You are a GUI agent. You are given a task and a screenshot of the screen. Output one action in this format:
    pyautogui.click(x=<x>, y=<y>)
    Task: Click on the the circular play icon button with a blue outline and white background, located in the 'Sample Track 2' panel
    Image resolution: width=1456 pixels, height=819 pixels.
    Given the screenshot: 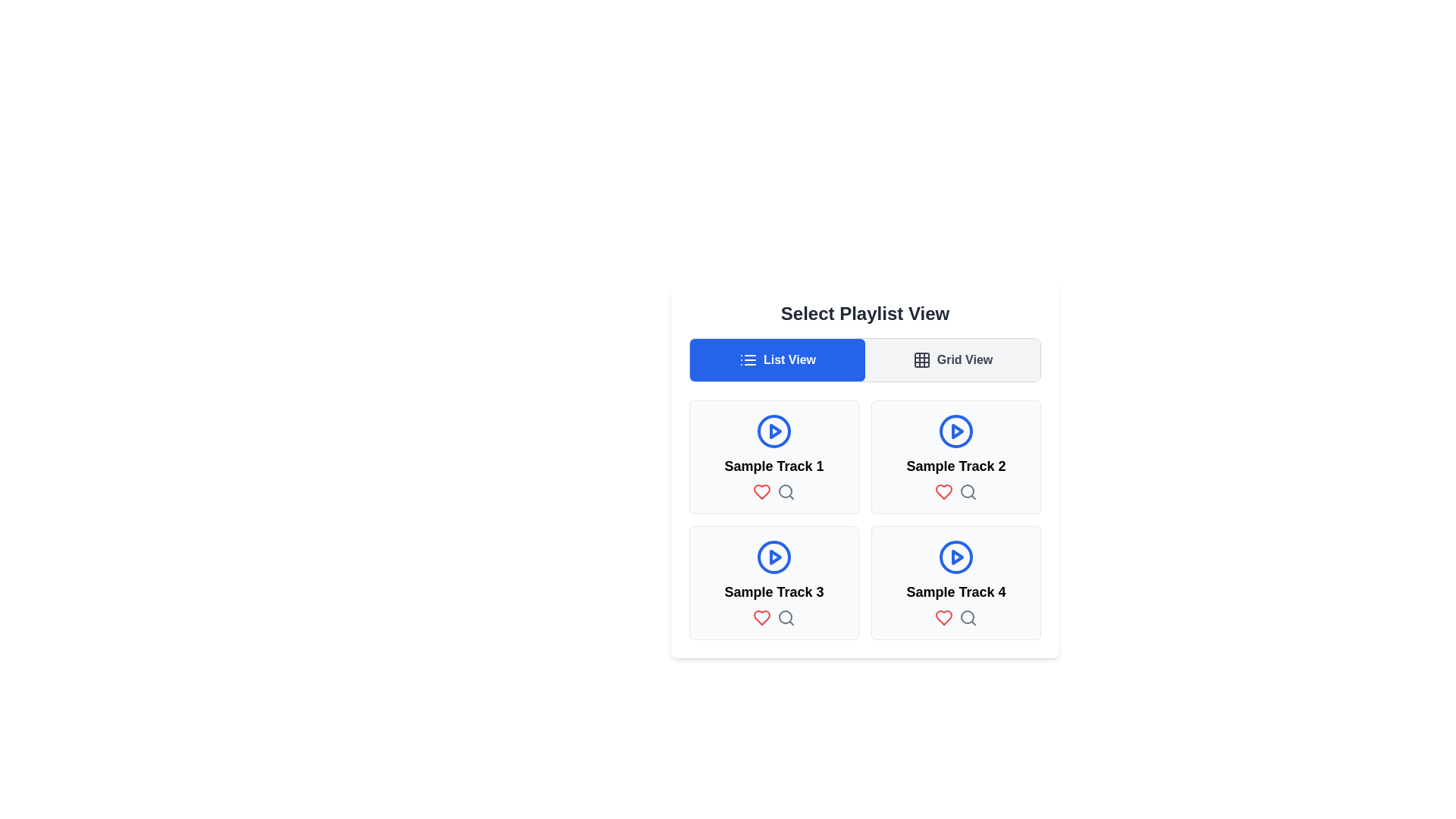 What is the action you would take?
    pyautogui.click(x=955, y=431)
    